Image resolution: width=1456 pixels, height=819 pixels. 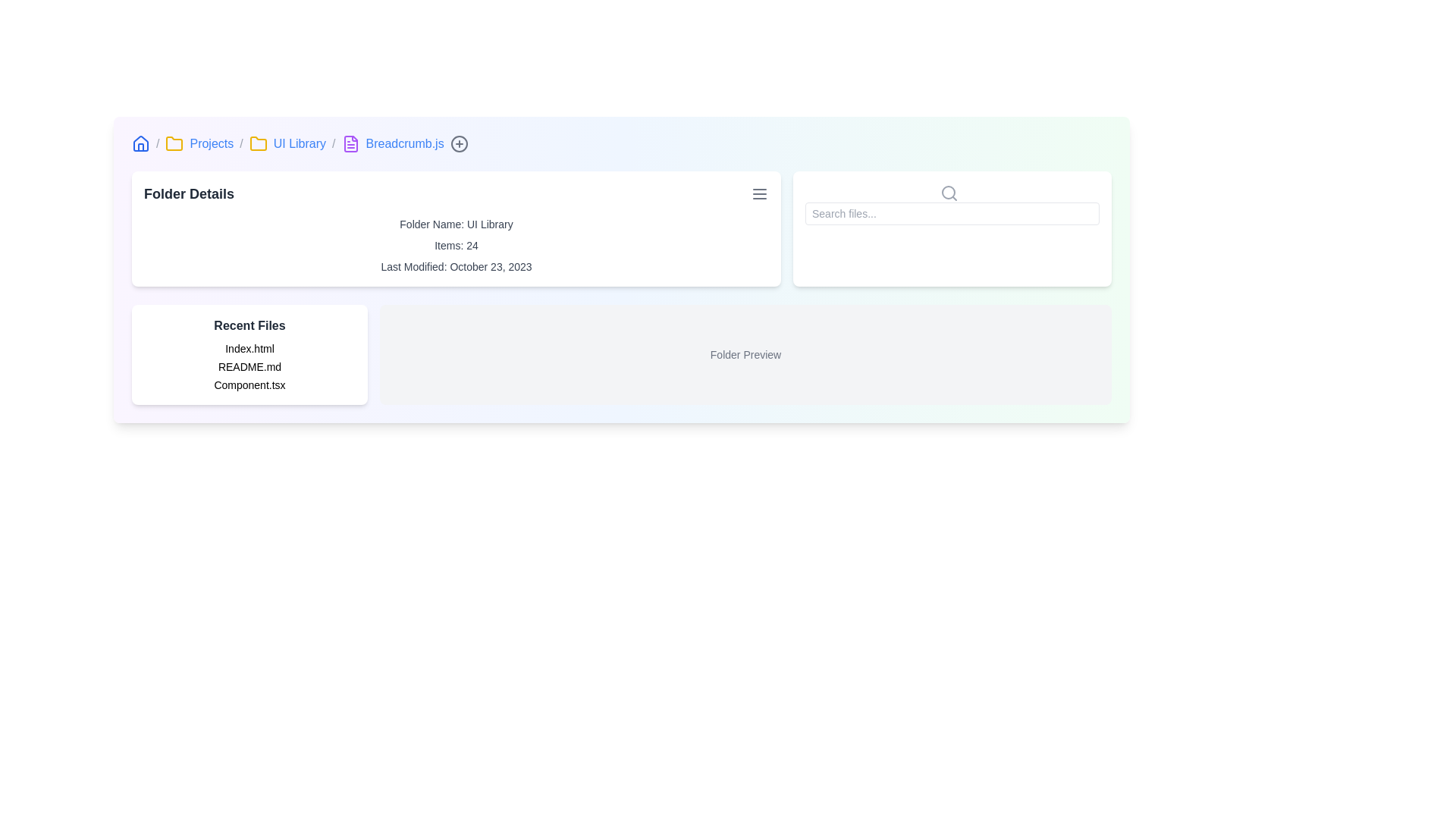 What do you see at coordinates (249, 366) in the screenshot?
I see `the Text label displaying the file name 'README.md' in the 'Recent Files' section, which is the second item in the list` at bounding box center [249, 366].